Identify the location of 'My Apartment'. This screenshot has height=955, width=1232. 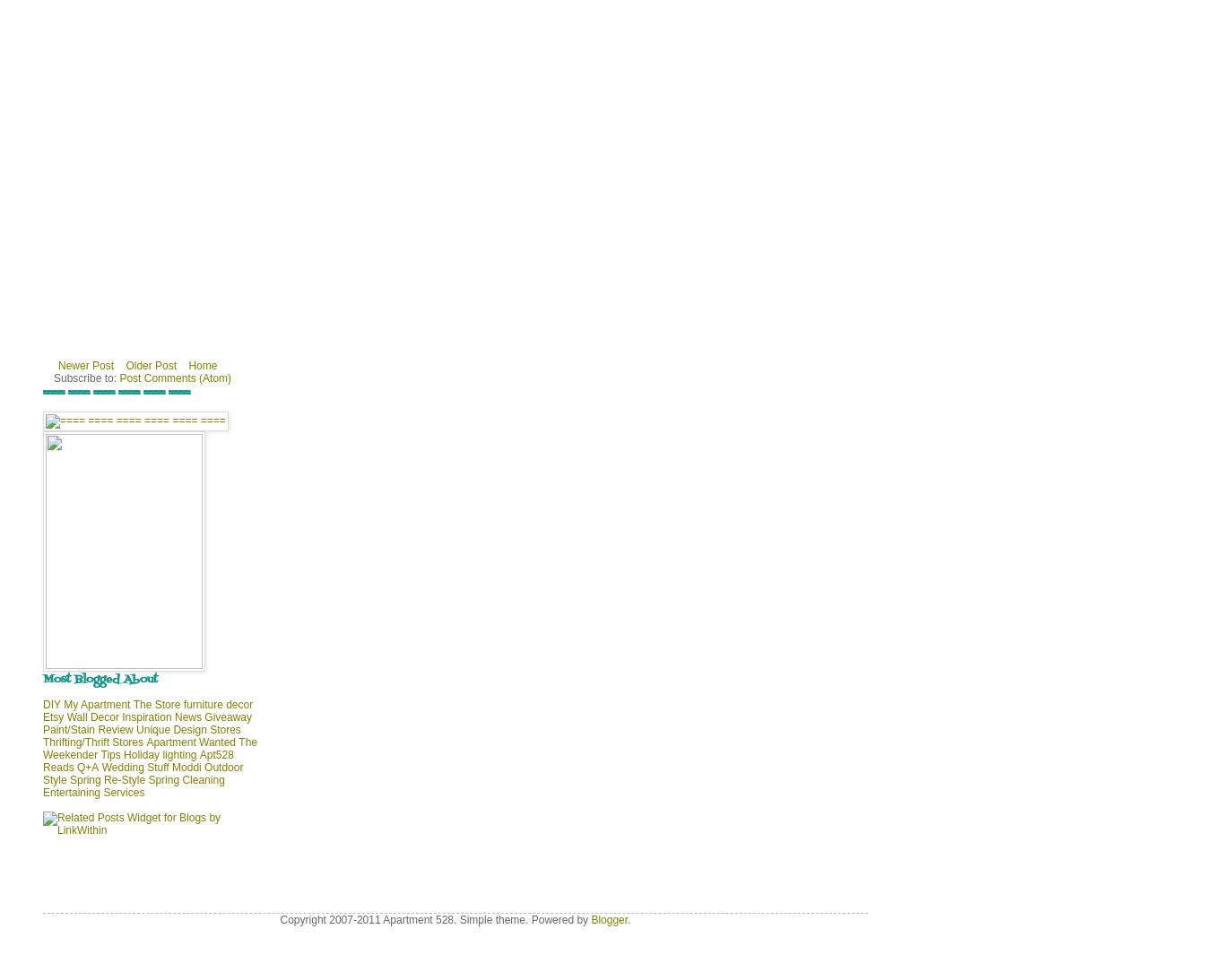
(95, 704).